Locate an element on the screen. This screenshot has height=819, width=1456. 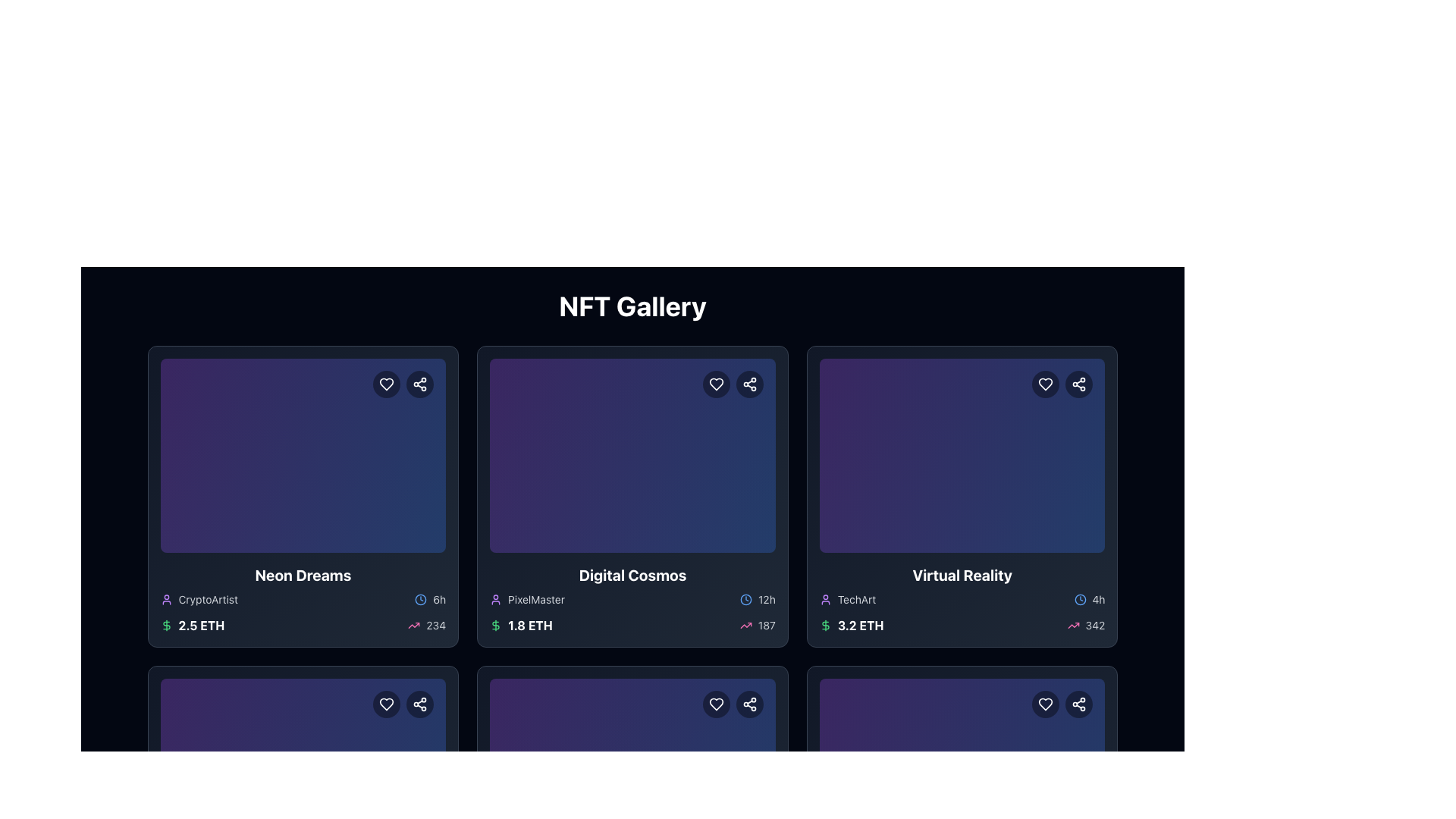
time information displayed at the bottom-right corner of the first card in the 'NFT Gallery' grid, which provides the temporal context for the associated content is located at coordinates (429, 598).